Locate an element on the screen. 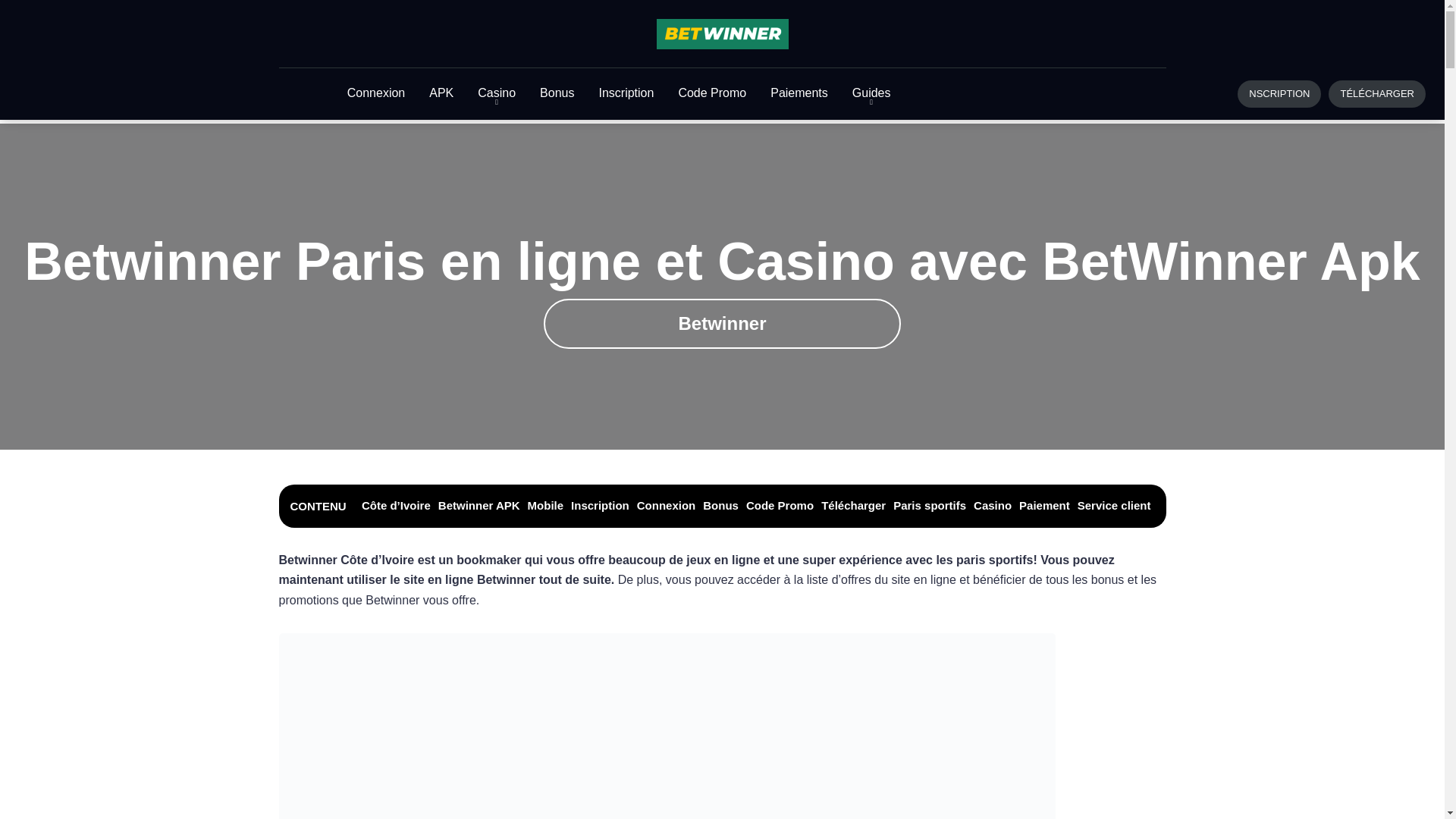 The image size is (1456, 819). 'Inscription' is located at coordinates (599, 505).